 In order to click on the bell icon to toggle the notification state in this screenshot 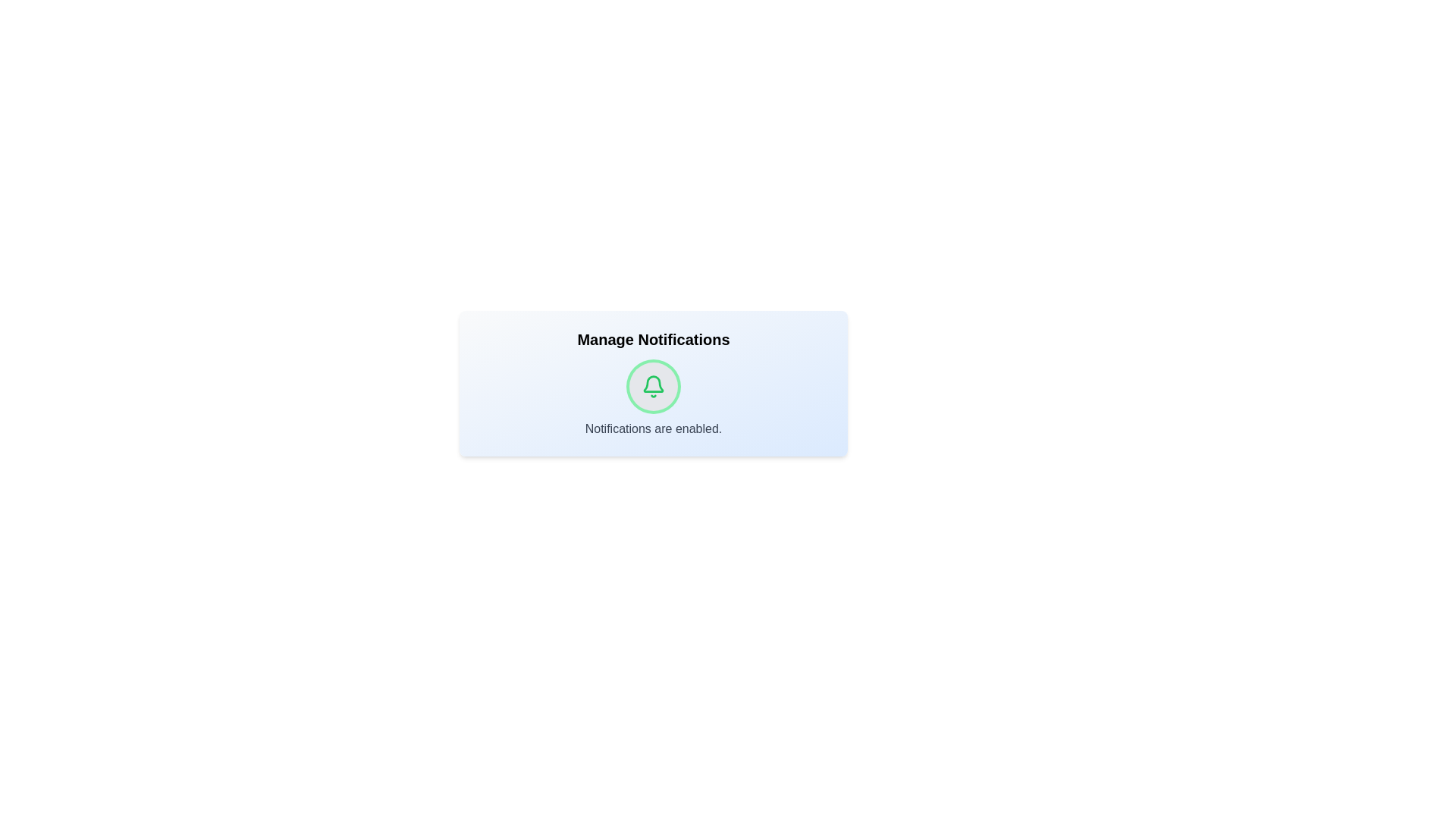, I will do `click(654, 385)`.